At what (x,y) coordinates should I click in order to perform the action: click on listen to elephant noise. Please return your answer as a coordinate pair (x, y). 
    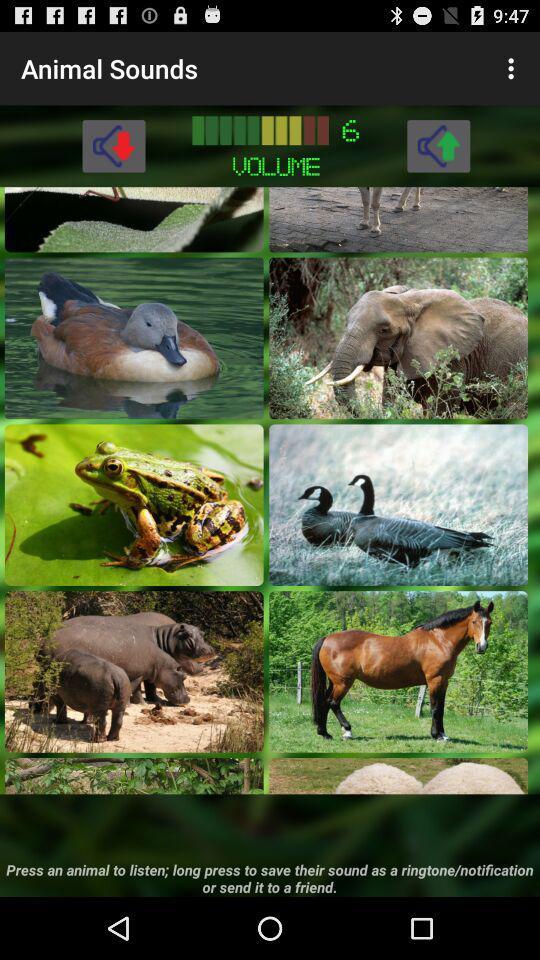
    Looking at the image, I should click on (398, 338).